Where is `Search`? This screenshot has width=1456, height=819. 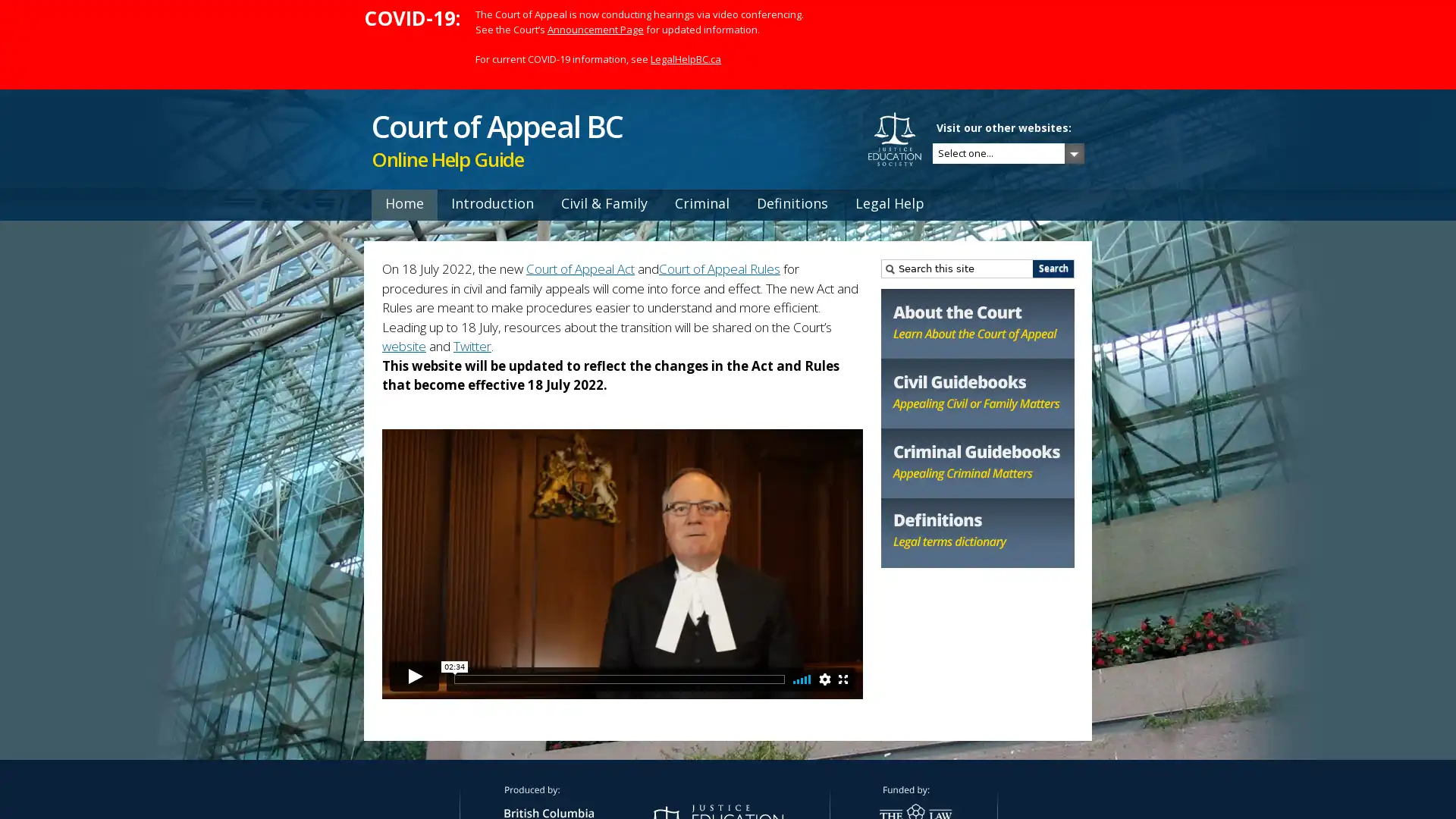 Search is located at coordinates (1053, 268).